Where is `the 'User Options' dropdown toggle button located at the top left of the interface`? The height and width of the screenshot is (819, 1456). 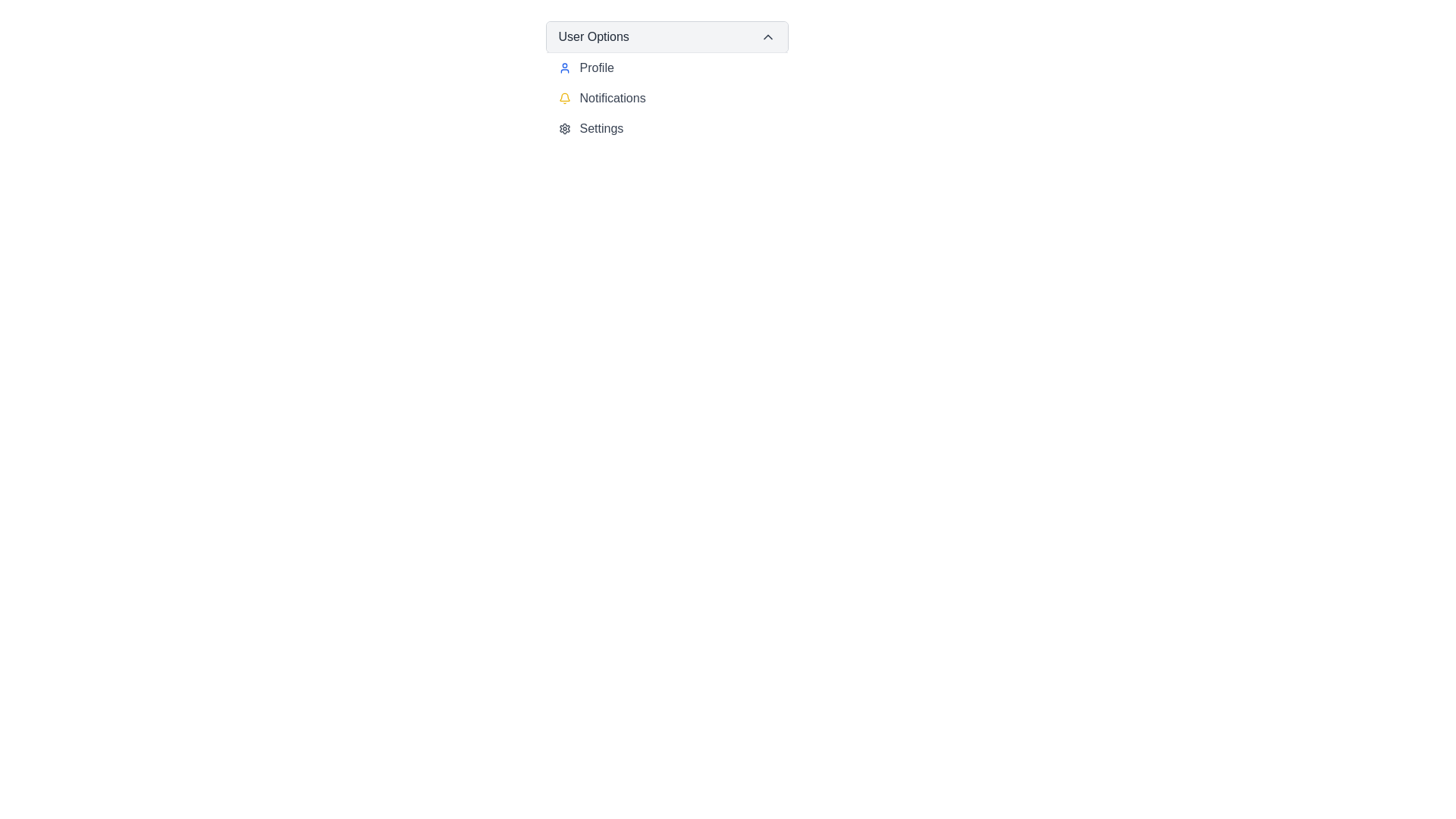
the 'User Options' dropdown toggle button located at the top left of the interface is located at coordinates (667, 36).